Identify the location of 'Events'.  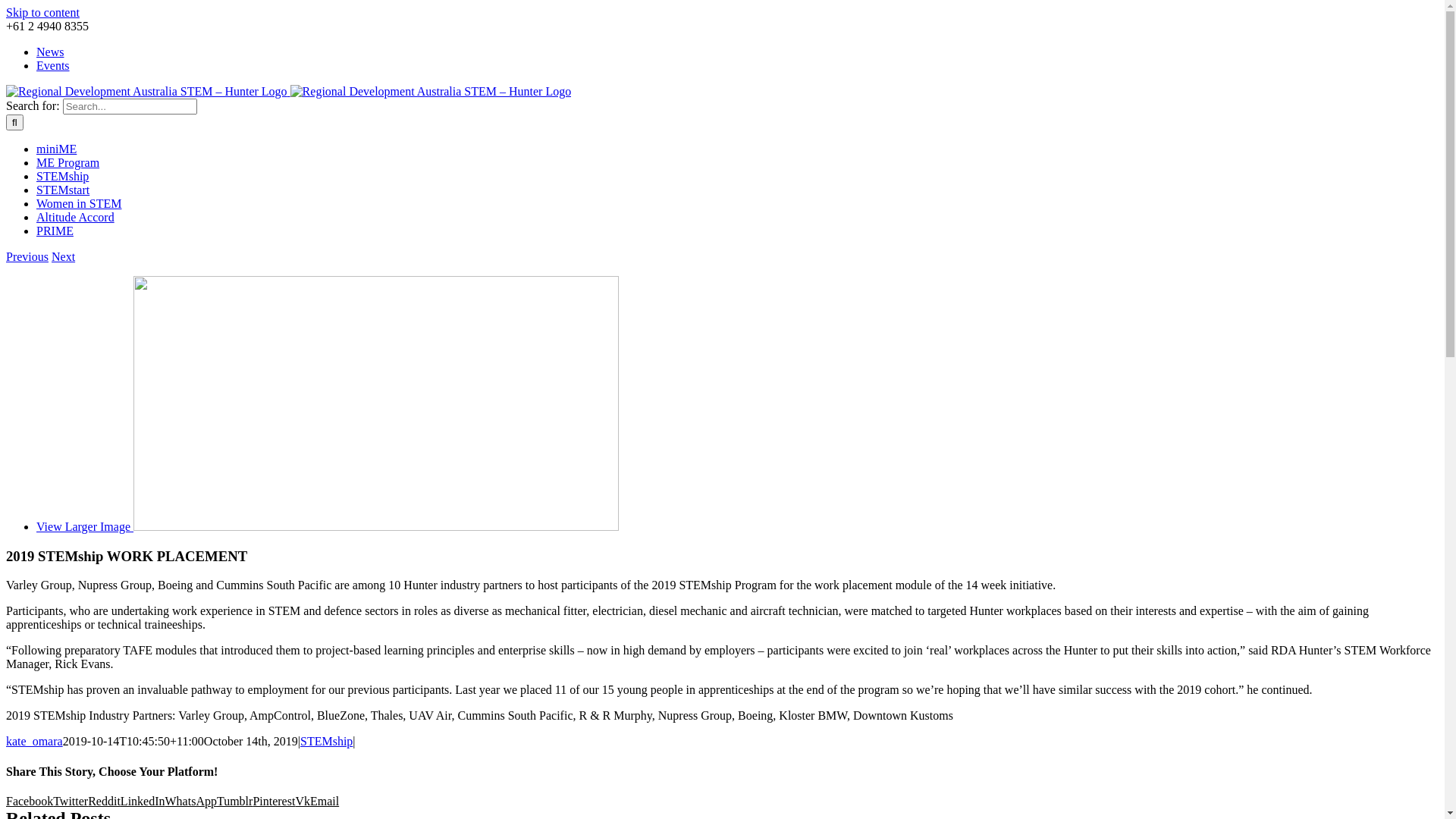
(53, 64).